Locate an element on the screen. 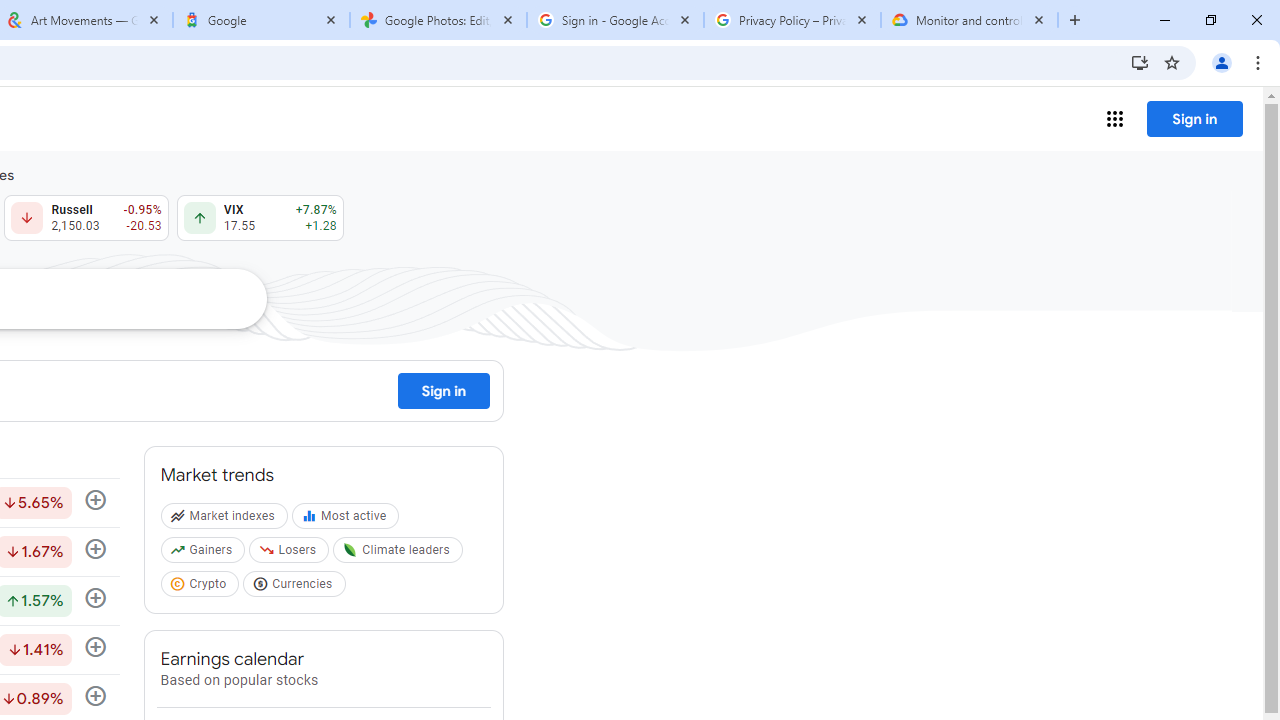 The height and width of the screenshot is (720, 1280). 'GLeaf logo Climate leaders' is located at coordinates (400, 554).